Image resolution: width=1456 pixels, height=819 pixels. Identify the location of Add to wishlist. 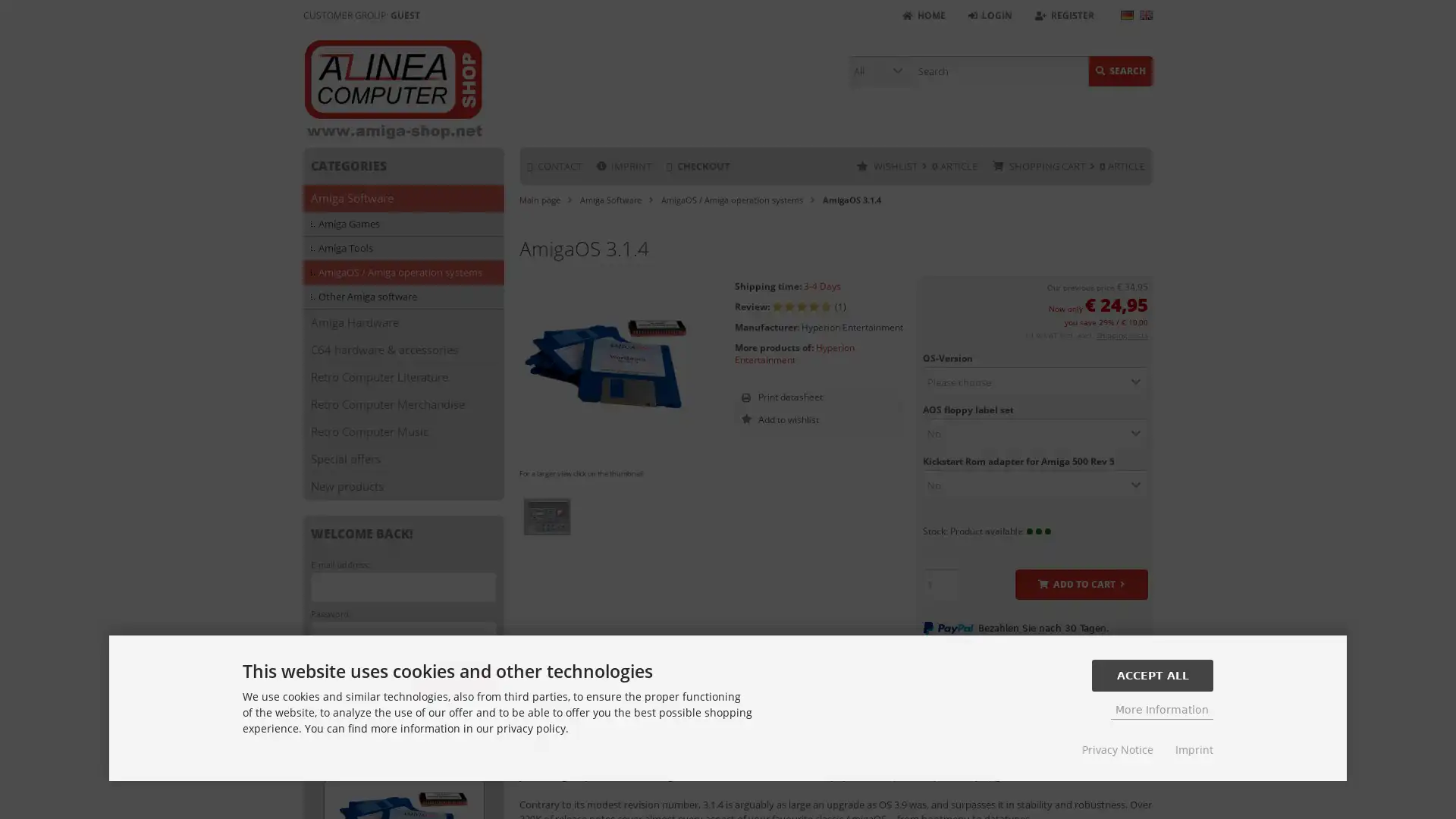
(839, 419).